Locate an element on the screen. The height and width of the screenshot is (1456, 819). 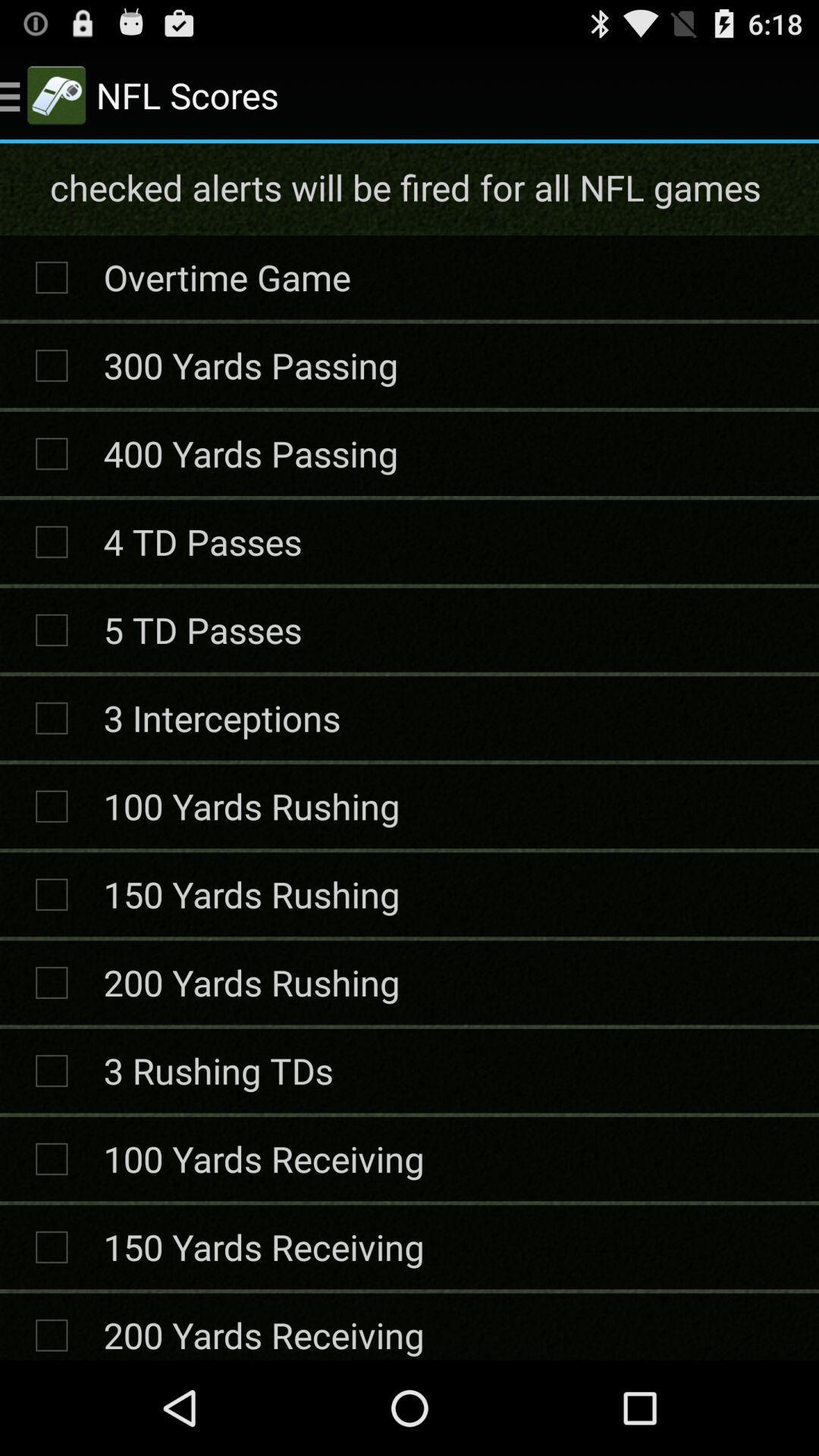
the item above 100 yards rushing is located at coordinates (221, 717).